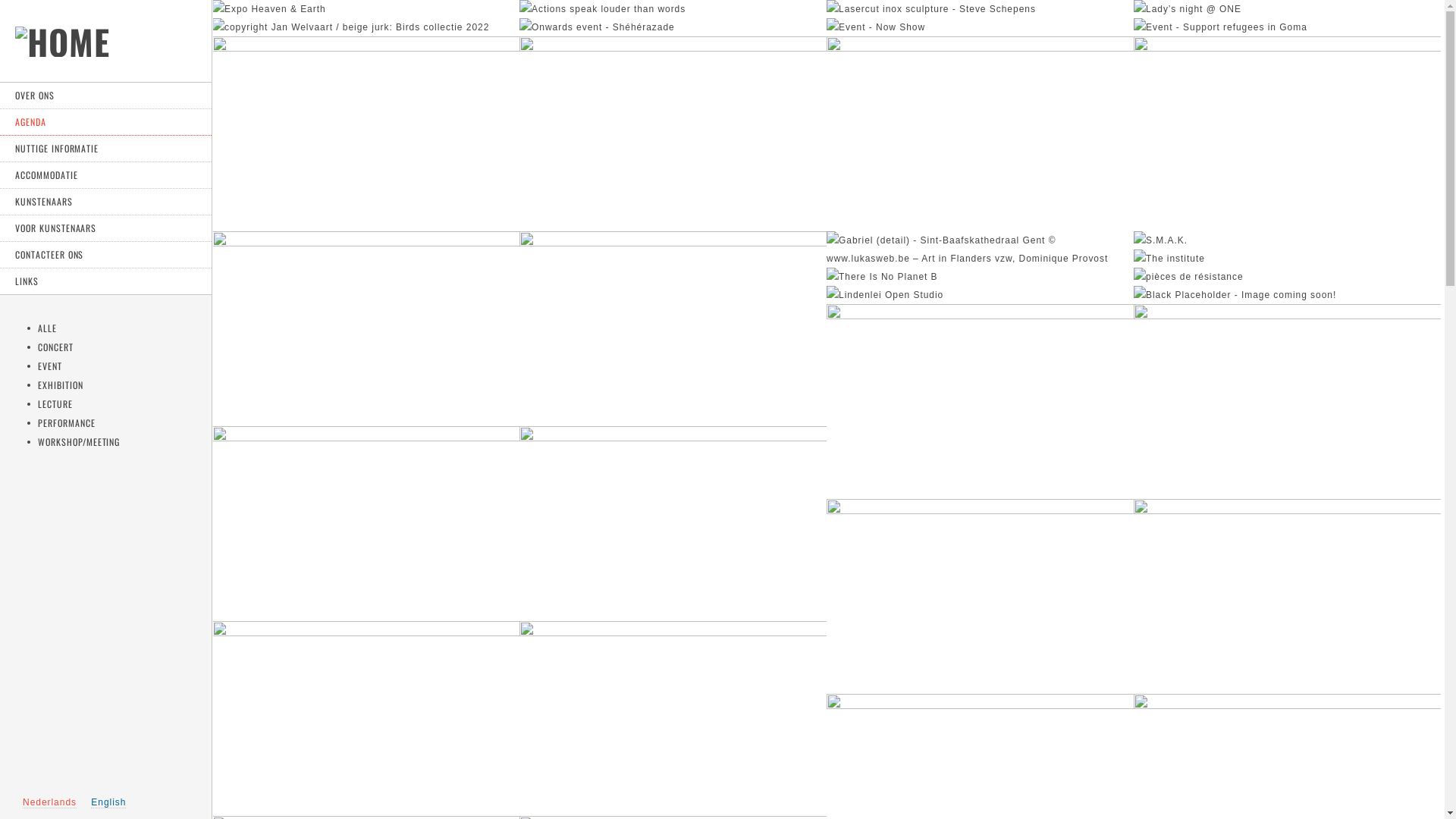 Image resolution: width=1456 pixels, height=819 pixels. I want to click on 'VOOR KUNSTENAARS', so click(105, 228).